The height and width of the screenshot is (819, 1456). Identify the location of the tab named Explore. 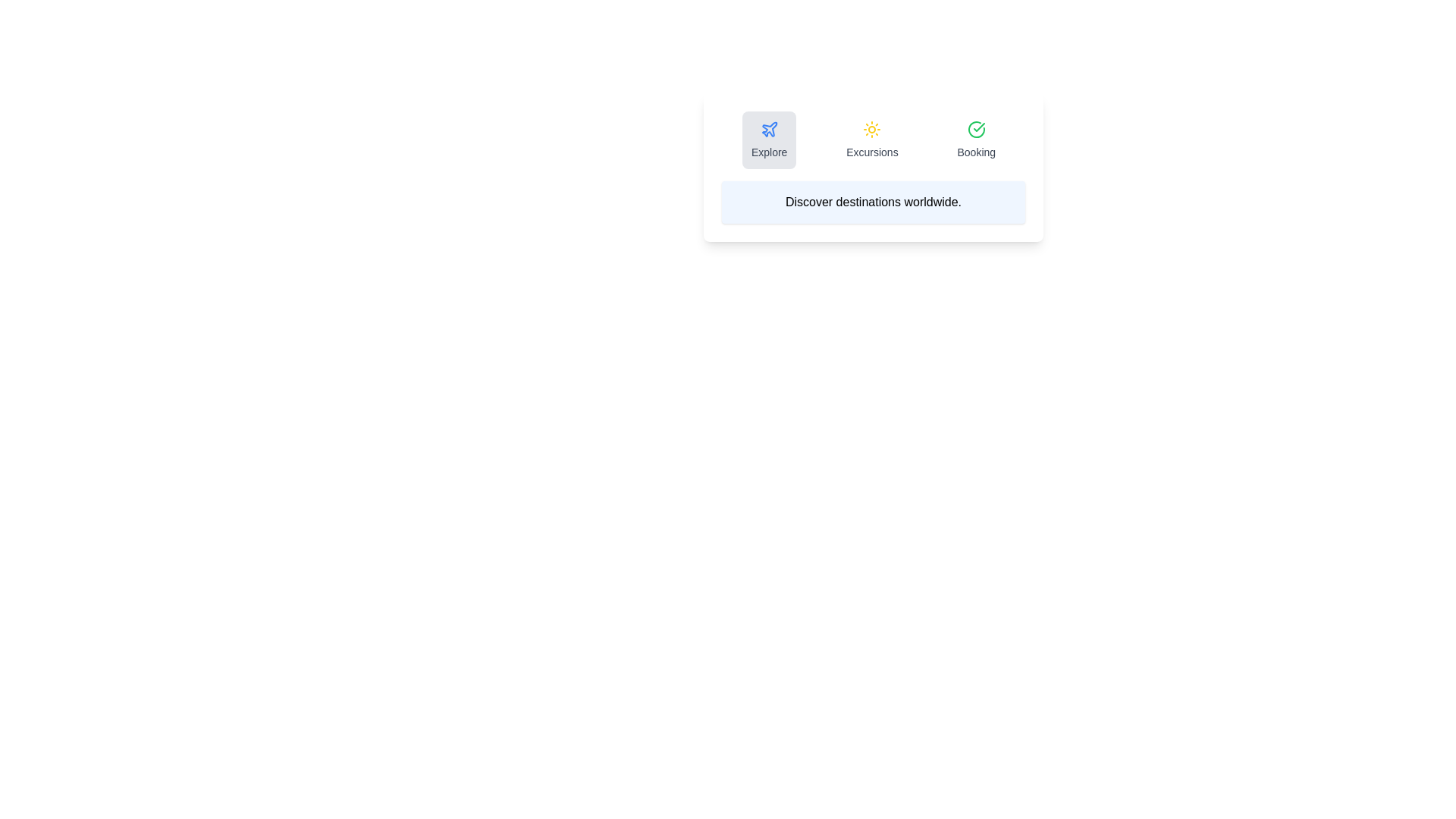
(769, 140).